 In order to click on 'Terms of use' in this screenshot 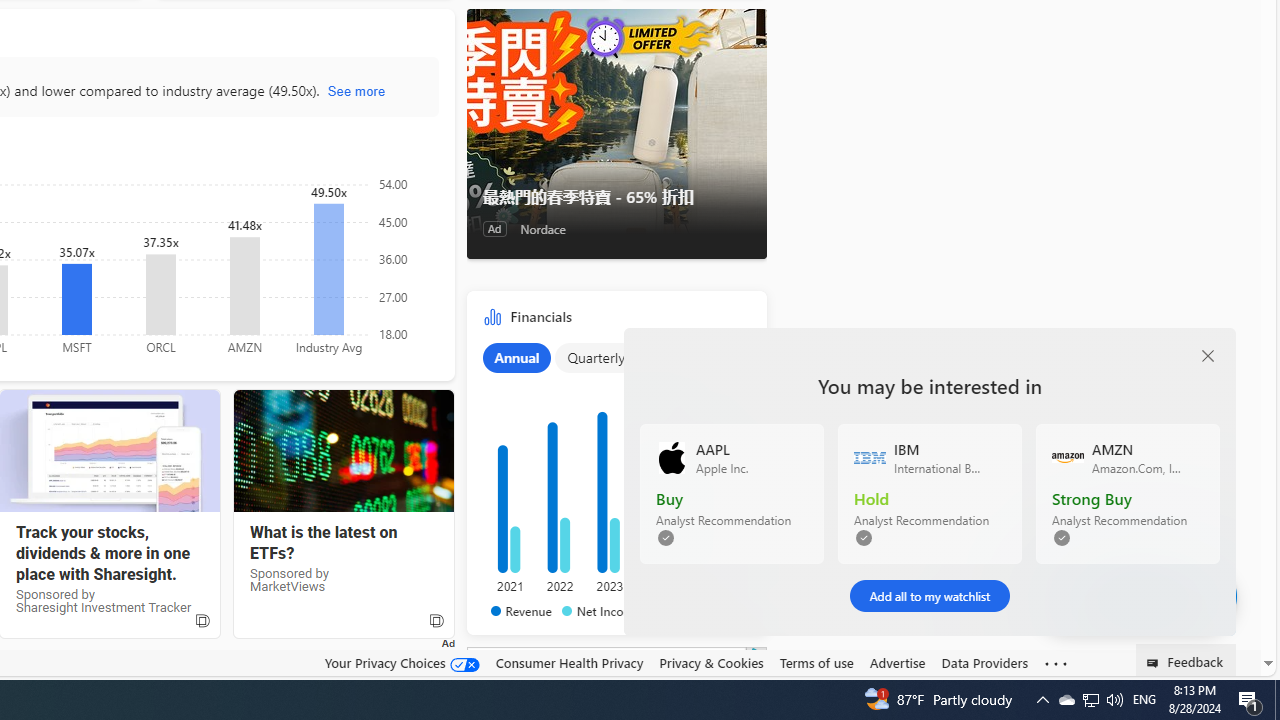, I will do `click(816, 662)`.